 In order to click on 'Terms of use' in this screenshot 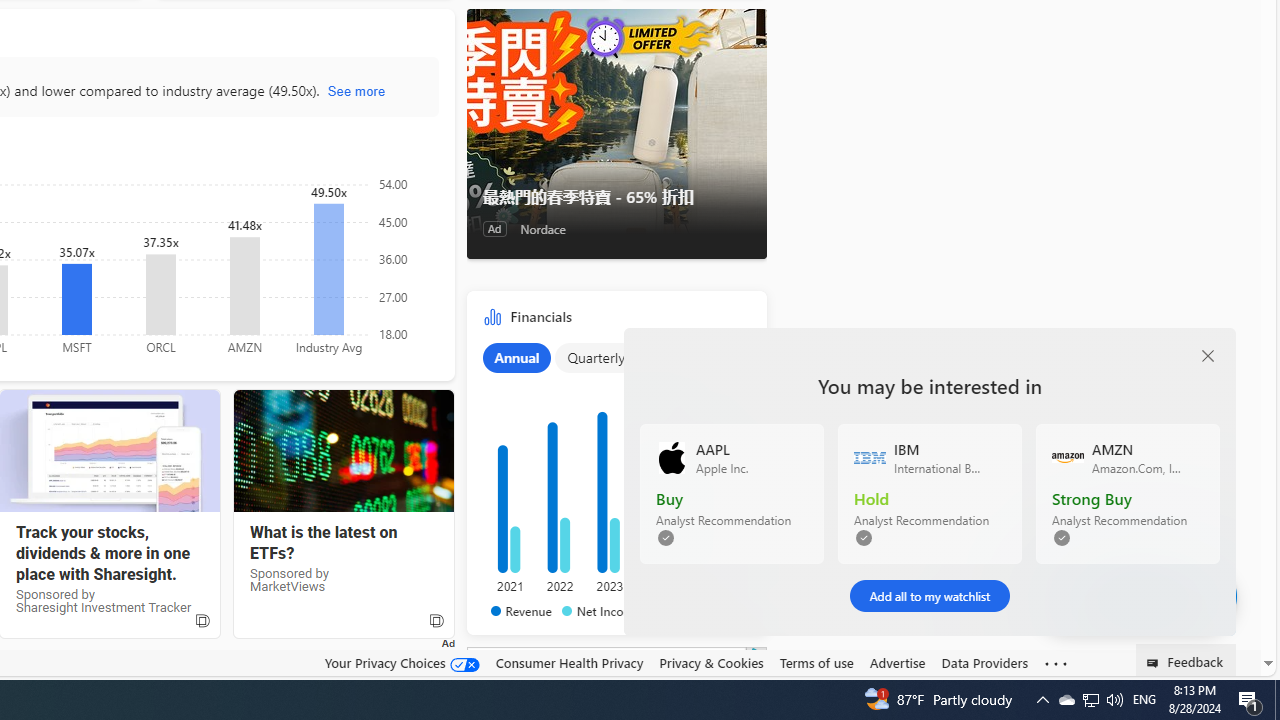, I will do `click(816, 662)`.